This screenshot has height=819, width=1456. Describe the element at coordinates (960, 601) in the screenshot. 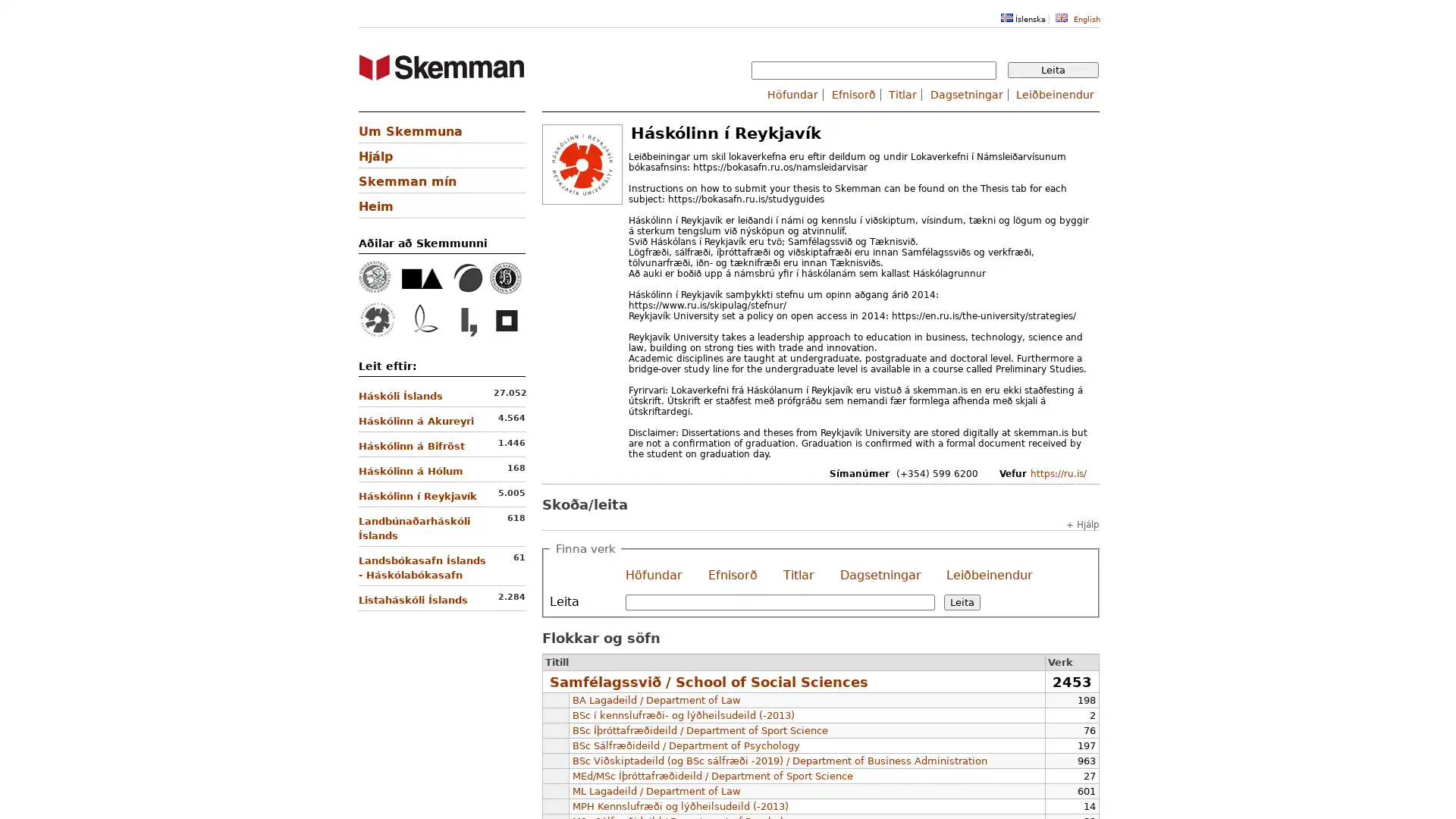

I see `Leita` at that location.